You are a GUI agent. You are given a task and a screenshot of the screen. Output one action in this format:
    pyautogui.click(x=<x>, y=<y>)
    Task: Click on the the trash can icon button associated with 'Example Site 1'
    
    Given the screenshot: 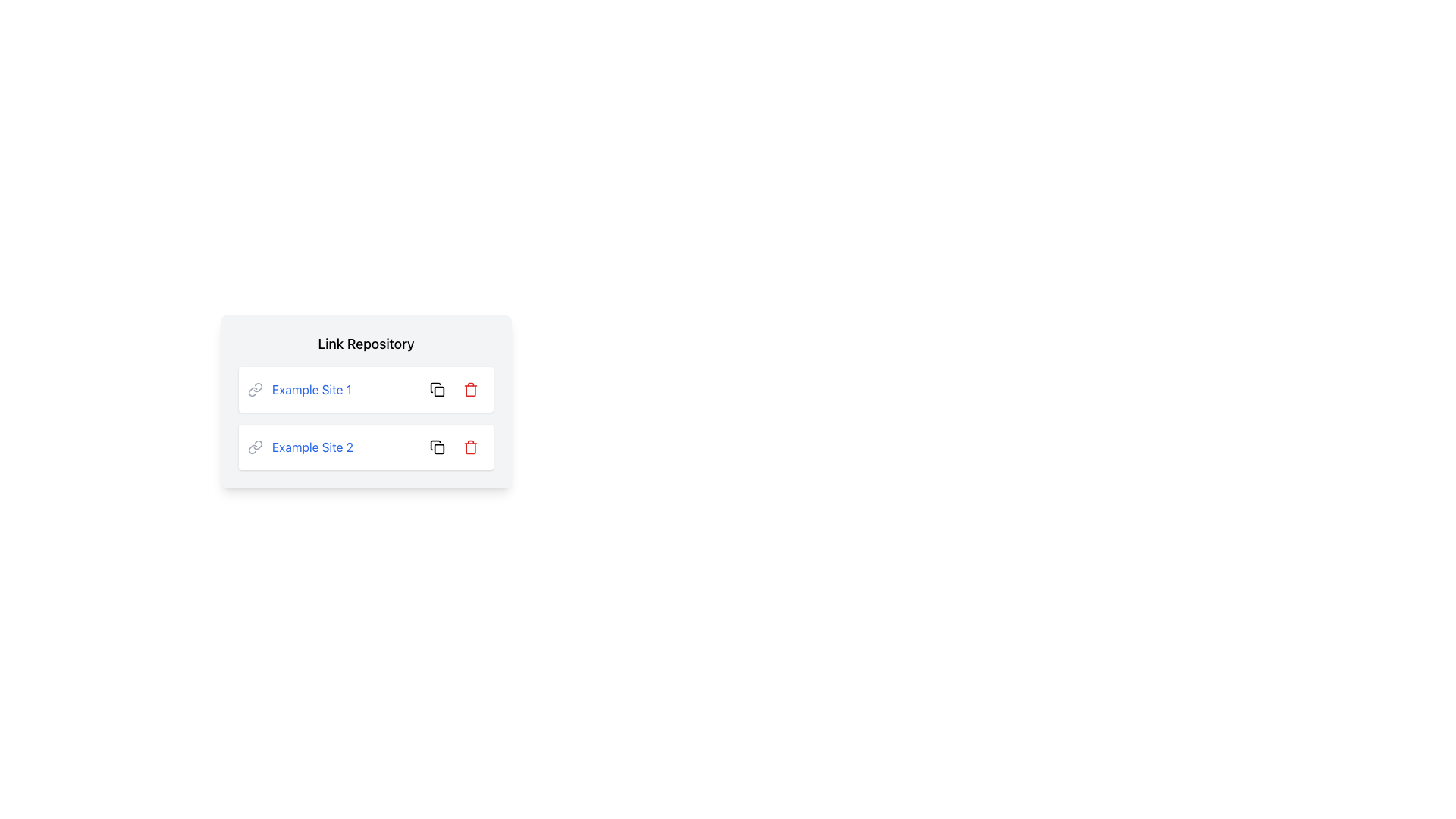 What is the action you would take?
    pyautogui.click(x=469, y=388)
    